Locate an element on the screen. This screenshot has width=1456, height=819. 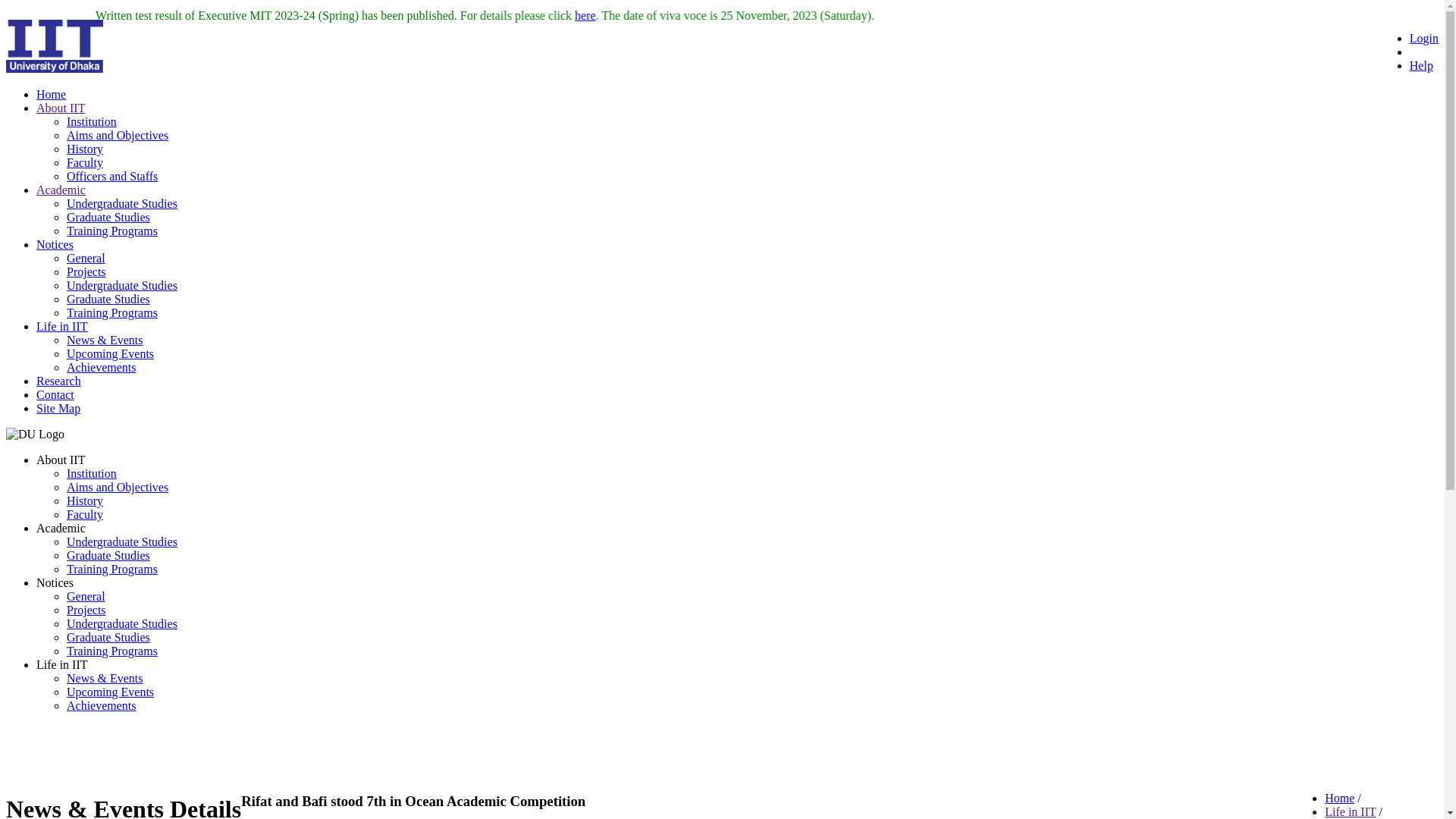
'General' is located at coordinates (85, 595).